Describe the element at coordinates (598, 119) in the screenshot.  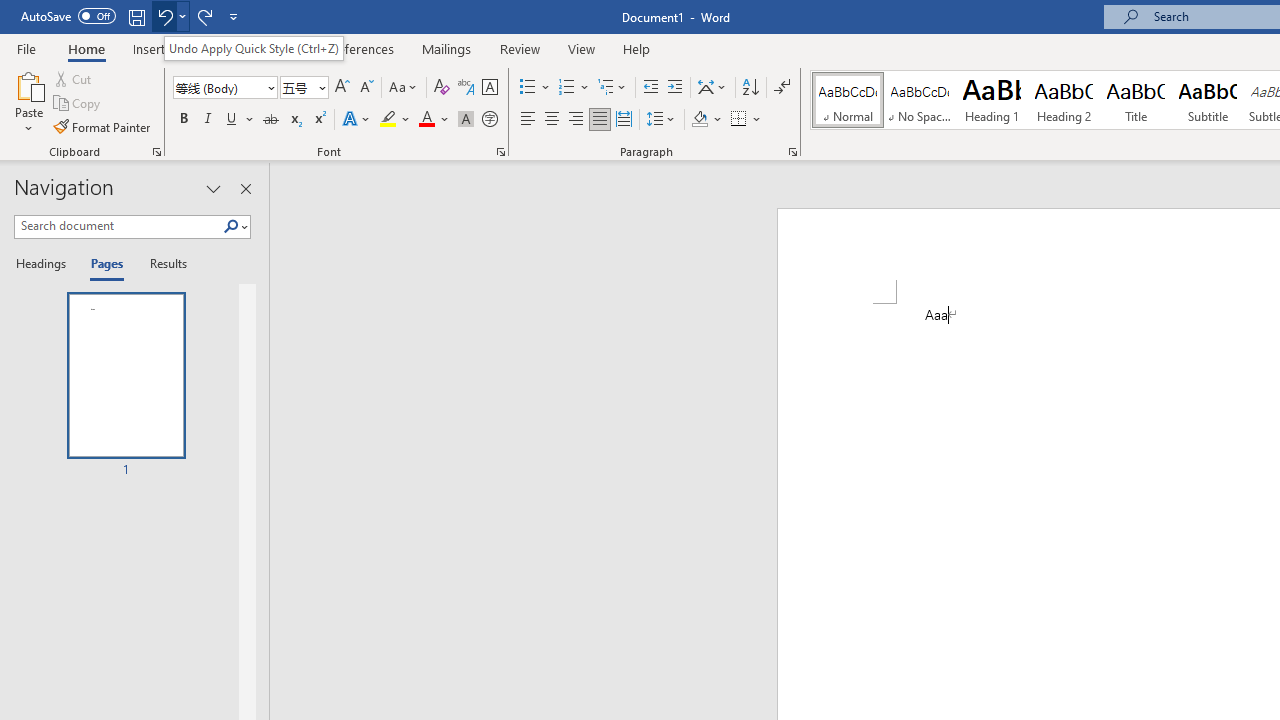
I see `'Justify'` at that location.